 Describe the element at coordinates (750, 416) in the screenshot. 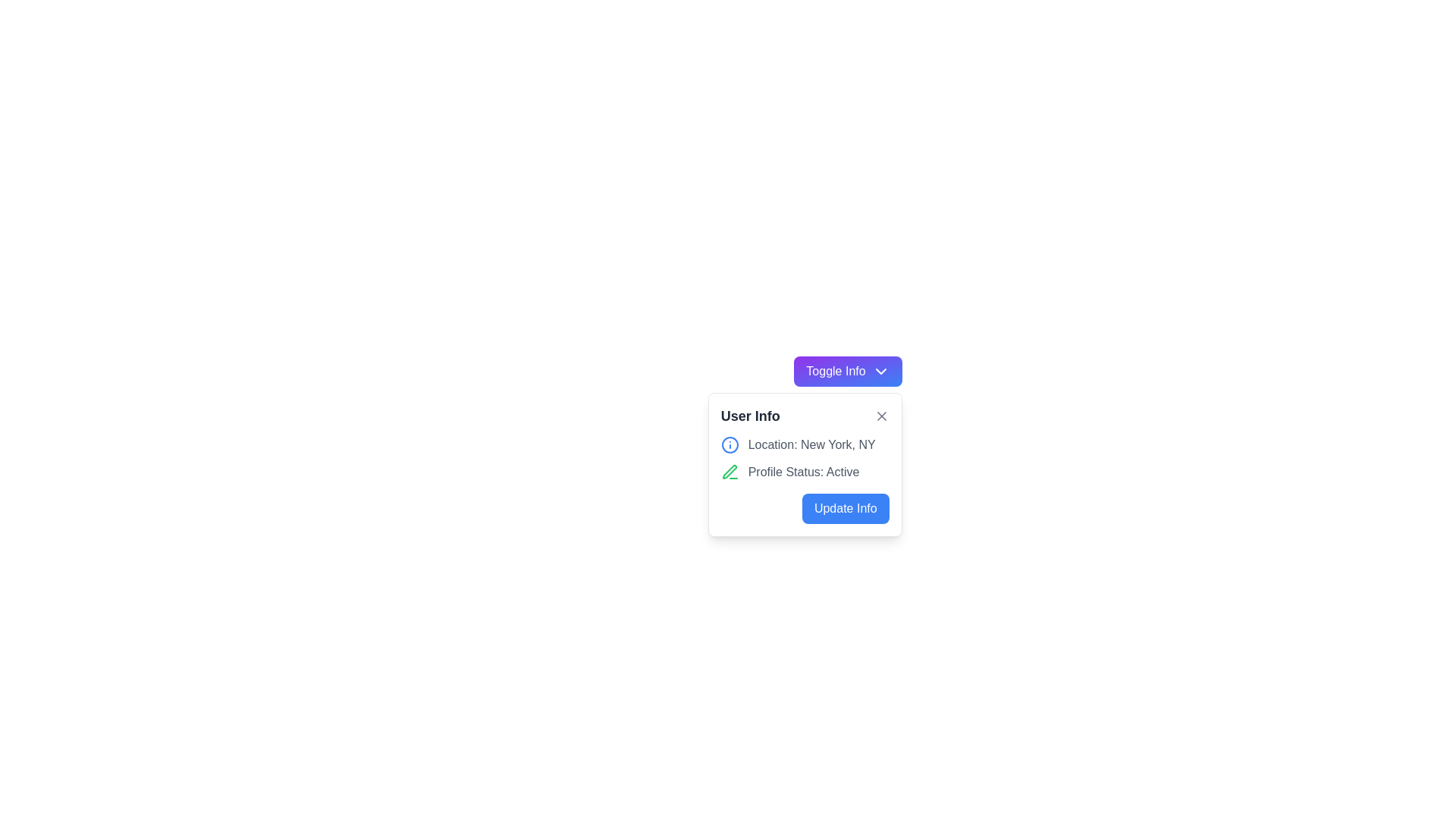

I see `the bold text label displaying 'User Info', located in the top section of a rectangular card-like component` at that location.